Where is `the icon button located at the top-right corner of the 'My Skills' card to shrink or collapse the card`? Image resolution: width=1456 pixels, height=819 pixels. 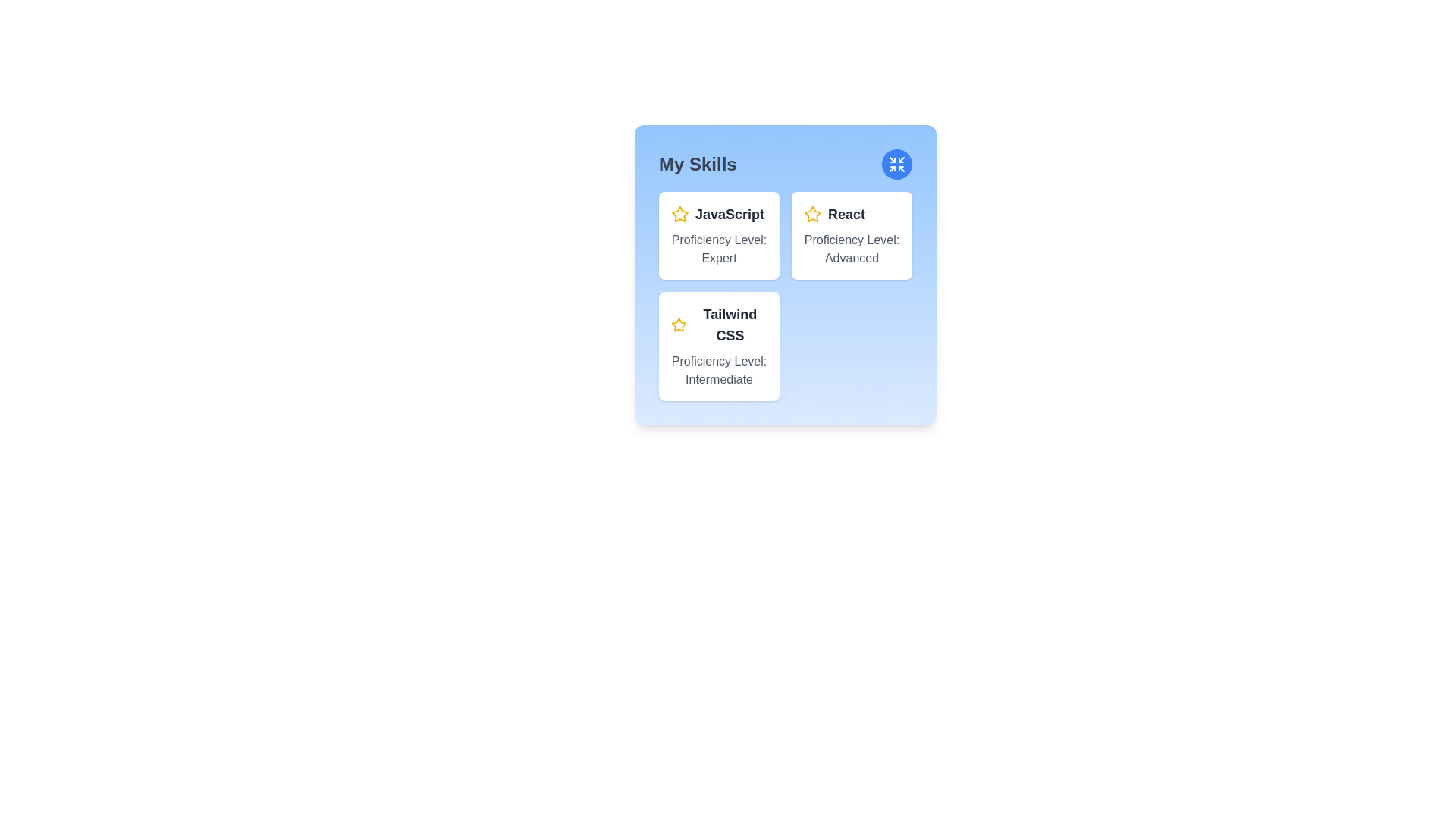
the icon button located at the top-right corner of the 'My Skills' card to shrink or collapse the card is located at coordinates (896, 164).